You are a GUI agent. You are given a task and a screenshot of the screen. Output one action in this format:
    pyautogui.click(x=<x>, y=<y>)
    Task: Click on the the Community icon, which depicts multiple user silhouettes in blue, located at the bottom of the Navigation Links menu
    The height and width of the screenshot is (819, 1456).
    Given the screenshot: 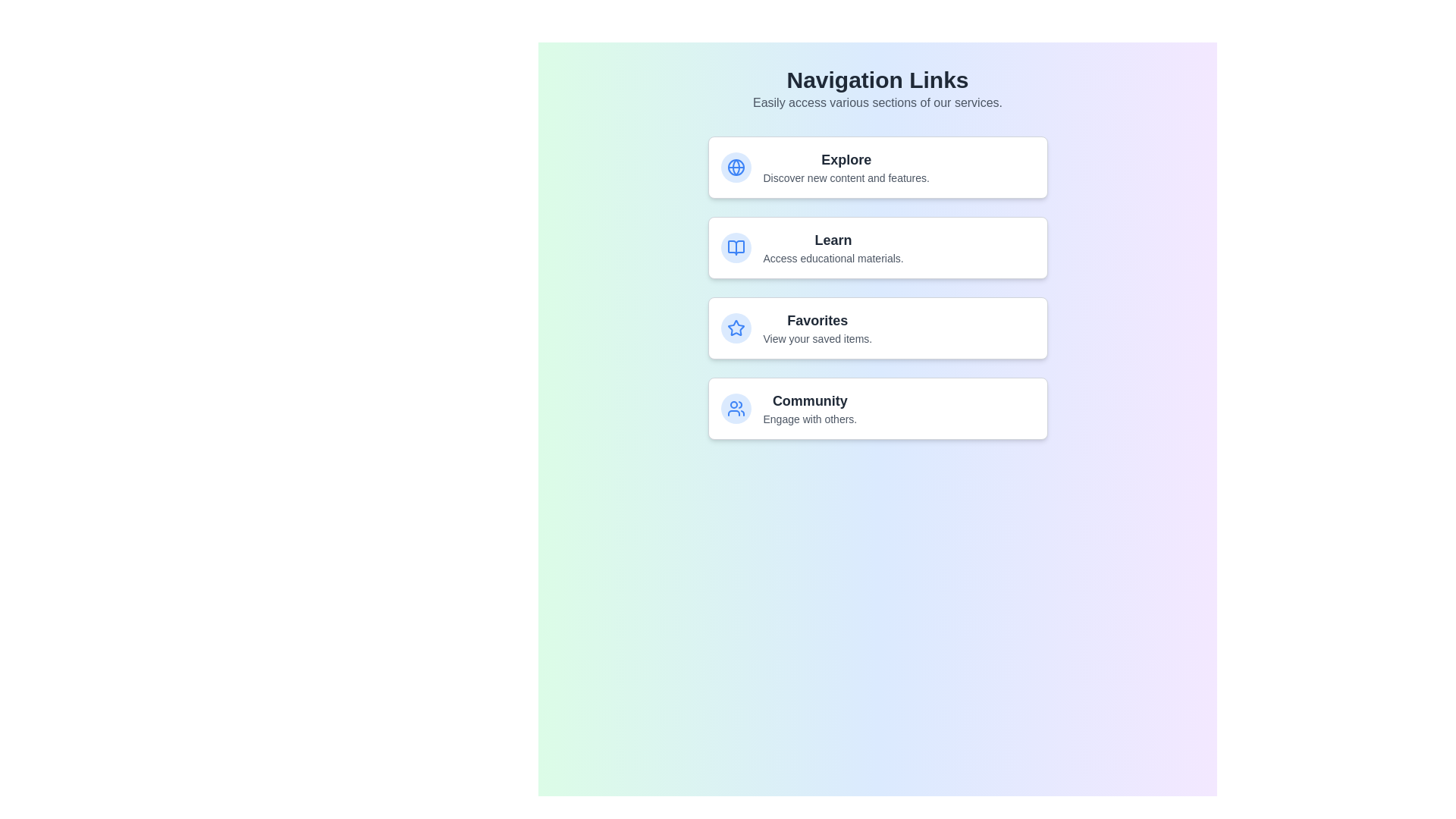 What is the action you would take?
    pyautogui.click(x=736, y=408)
    